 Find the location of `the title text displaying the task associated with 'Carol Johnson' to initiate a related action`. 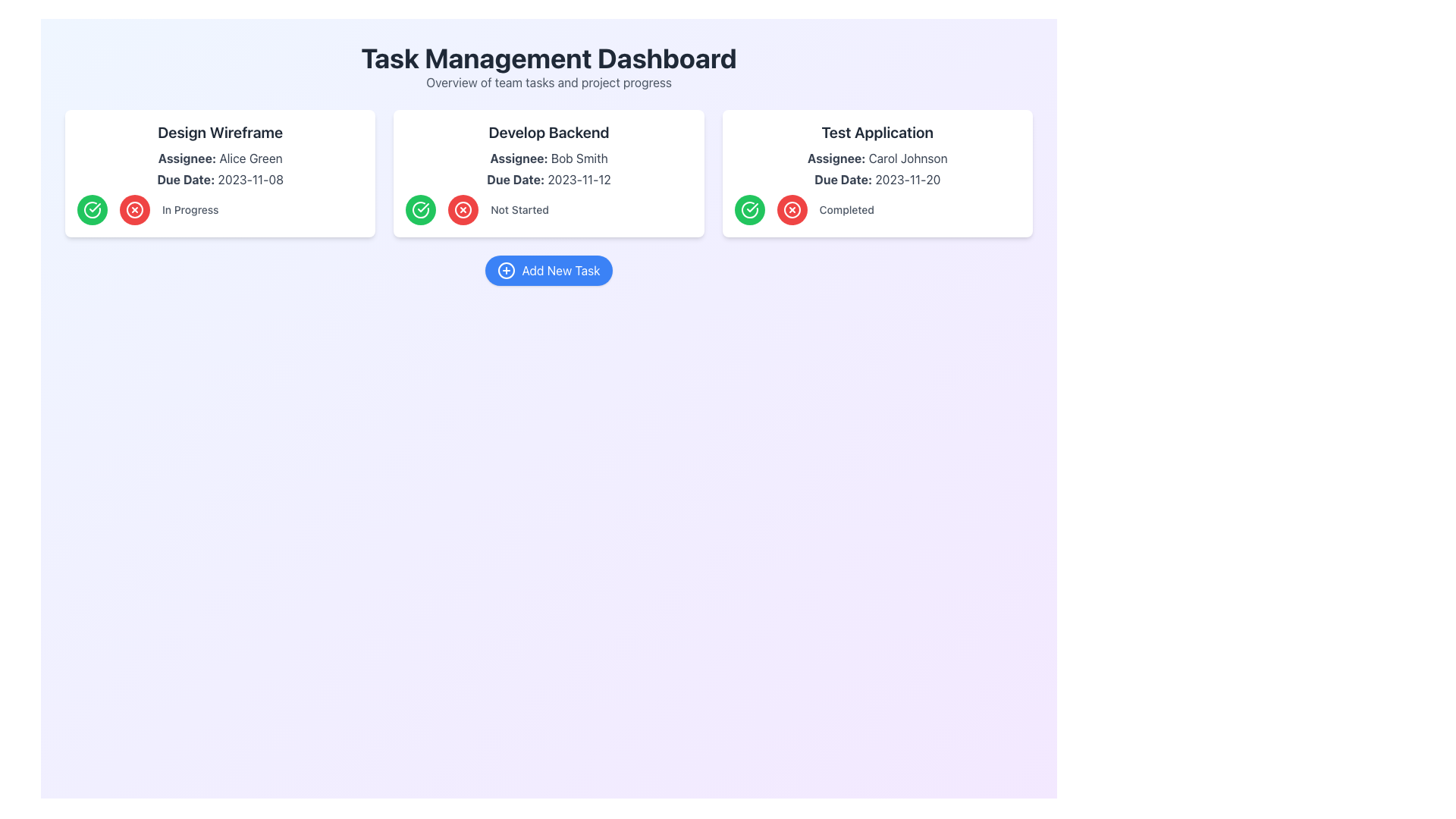

the title text displaying the task associated with 'Carol Johnson' to initiate a related action is located at coordinates (877, 131).